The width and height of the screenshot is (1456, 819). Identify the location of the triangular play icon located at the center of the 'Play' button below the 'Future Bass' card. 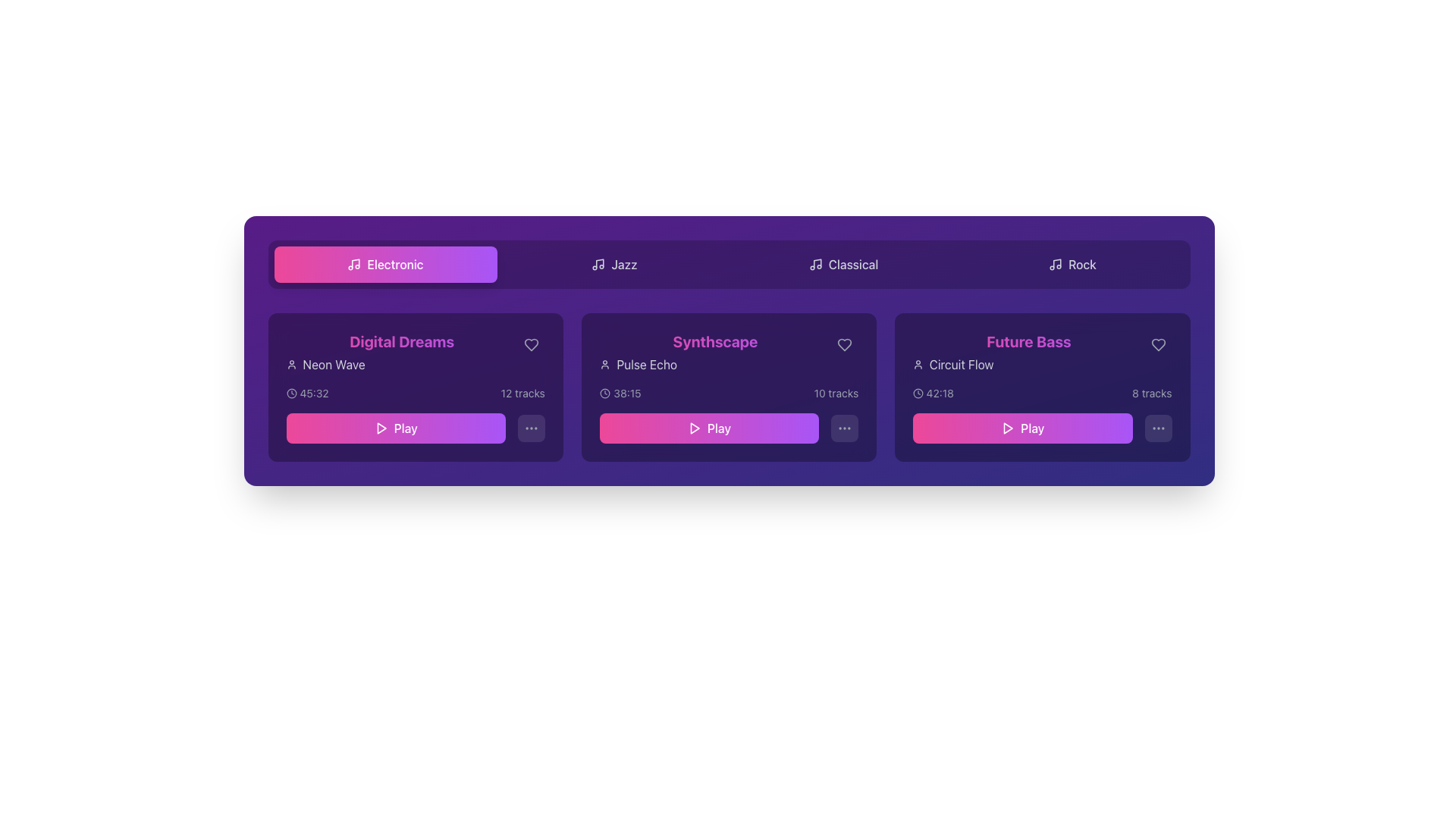
(1008, 428).